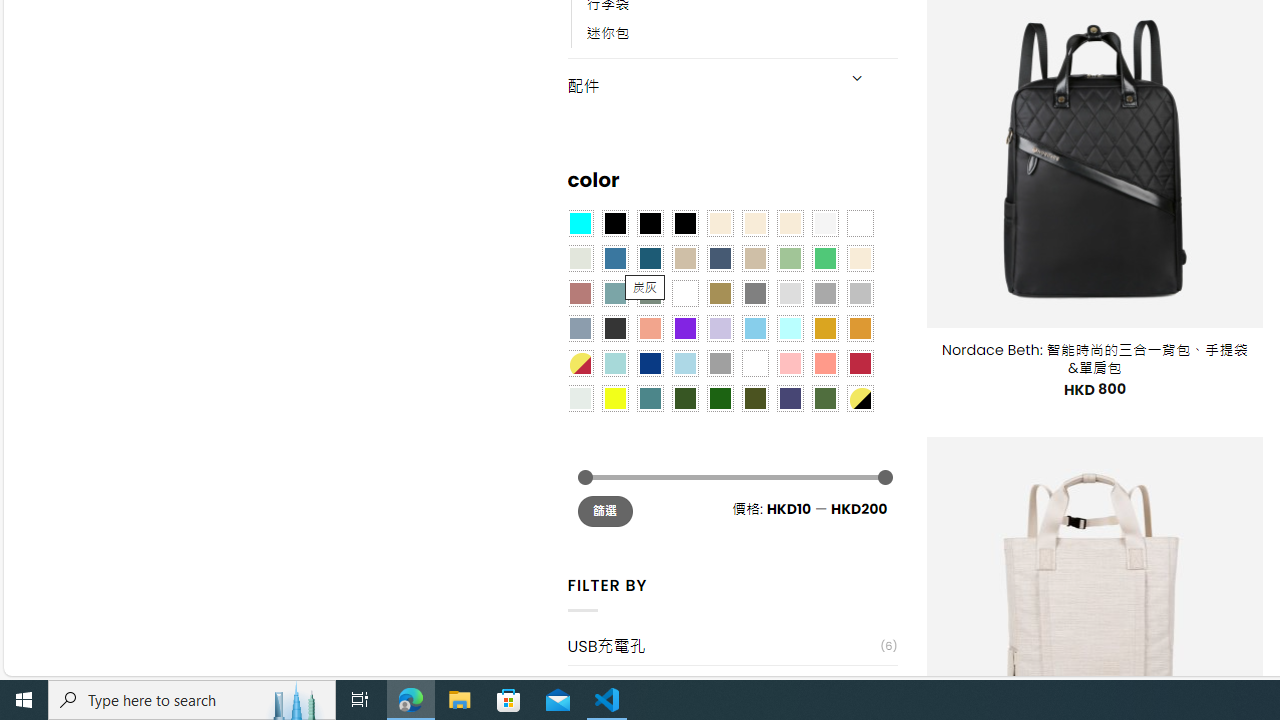 The height and width of the screenshot is (720, 1280). I want to click on 'Cream', so click(788, 223).